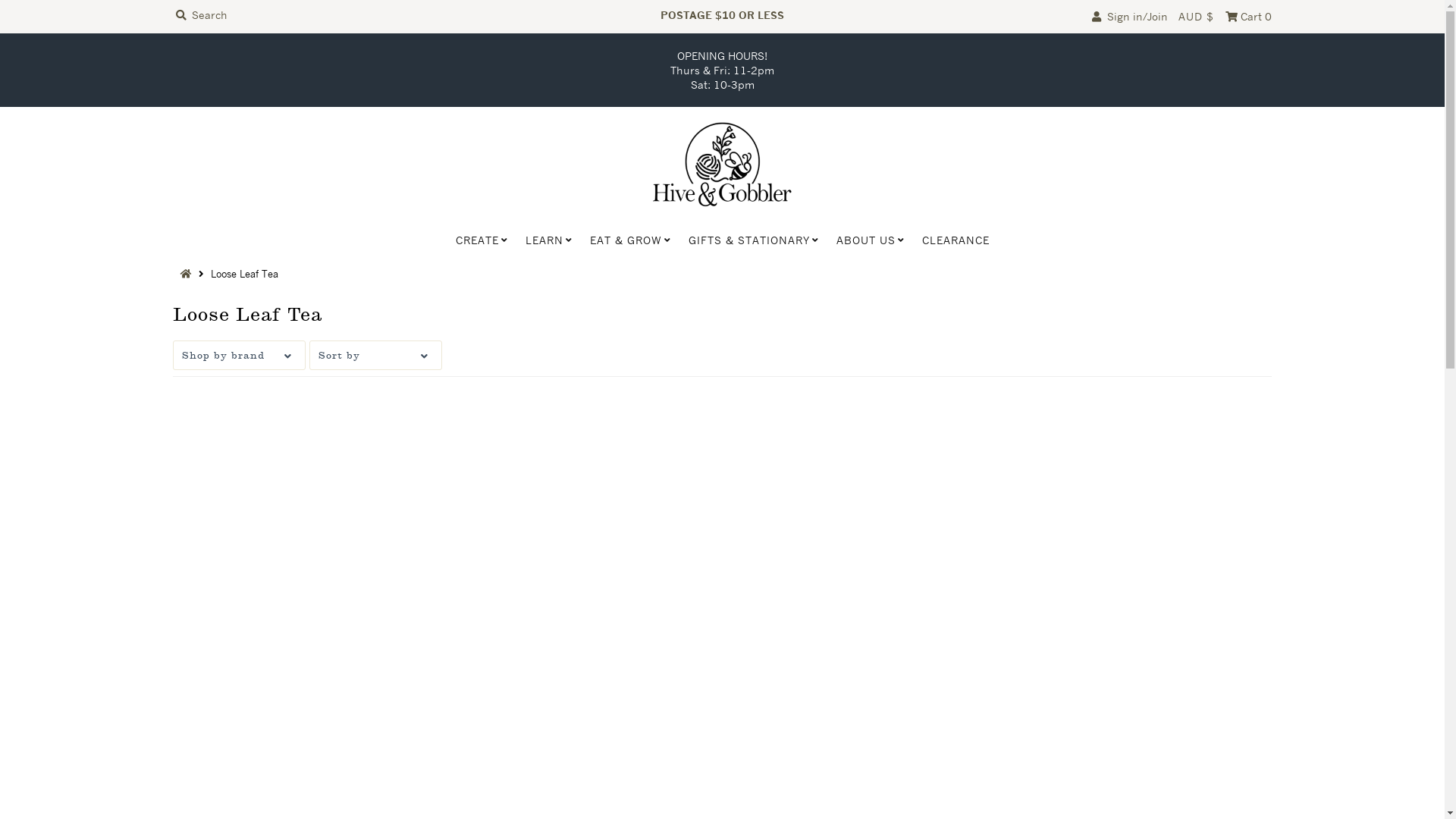  I want to click on 'LEARN', so click(544, 239).